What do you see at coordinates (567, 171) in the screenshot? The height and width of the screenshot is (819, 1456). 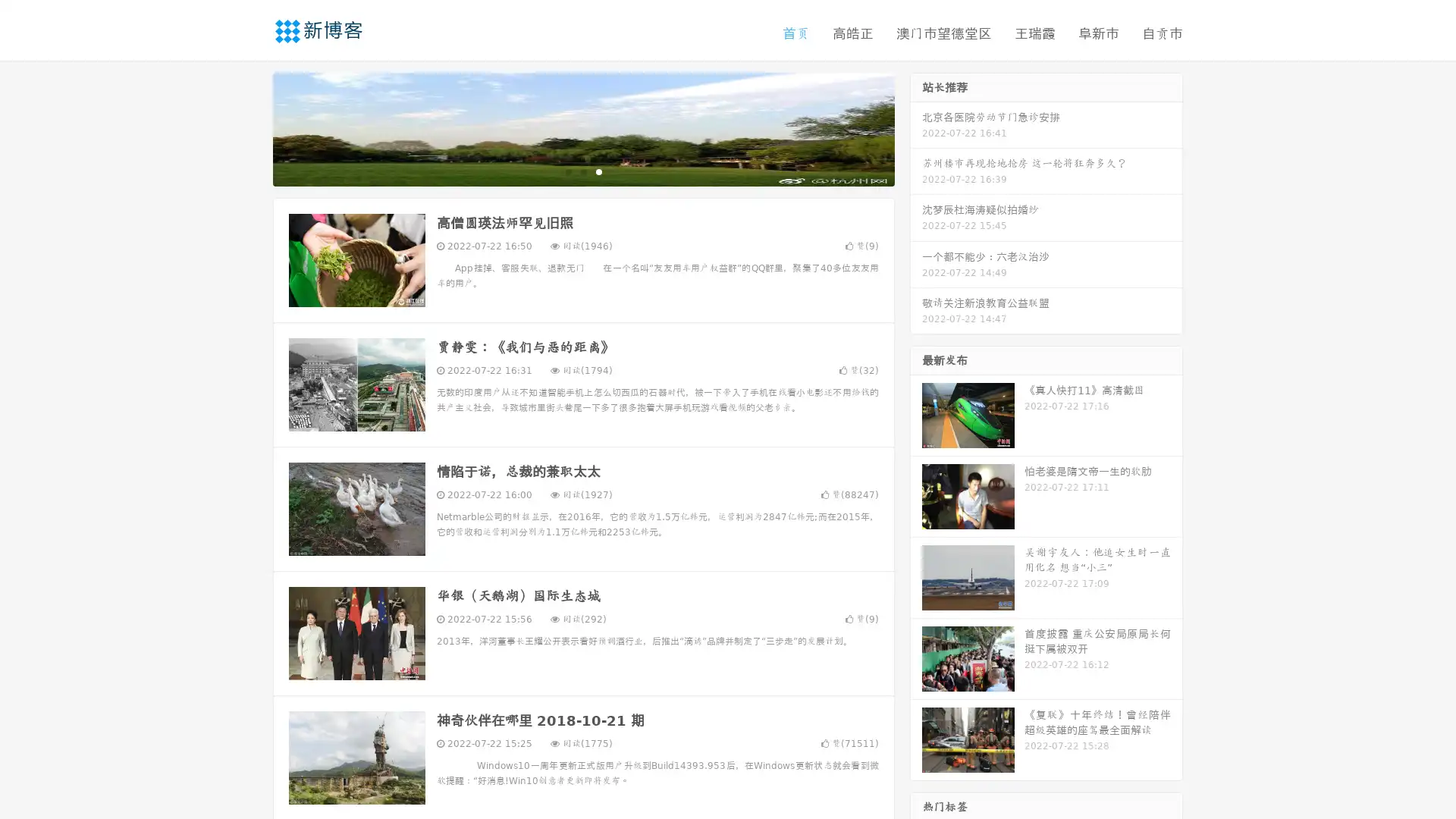 I see `Go to slide 1` at bounding box center [567, 171].